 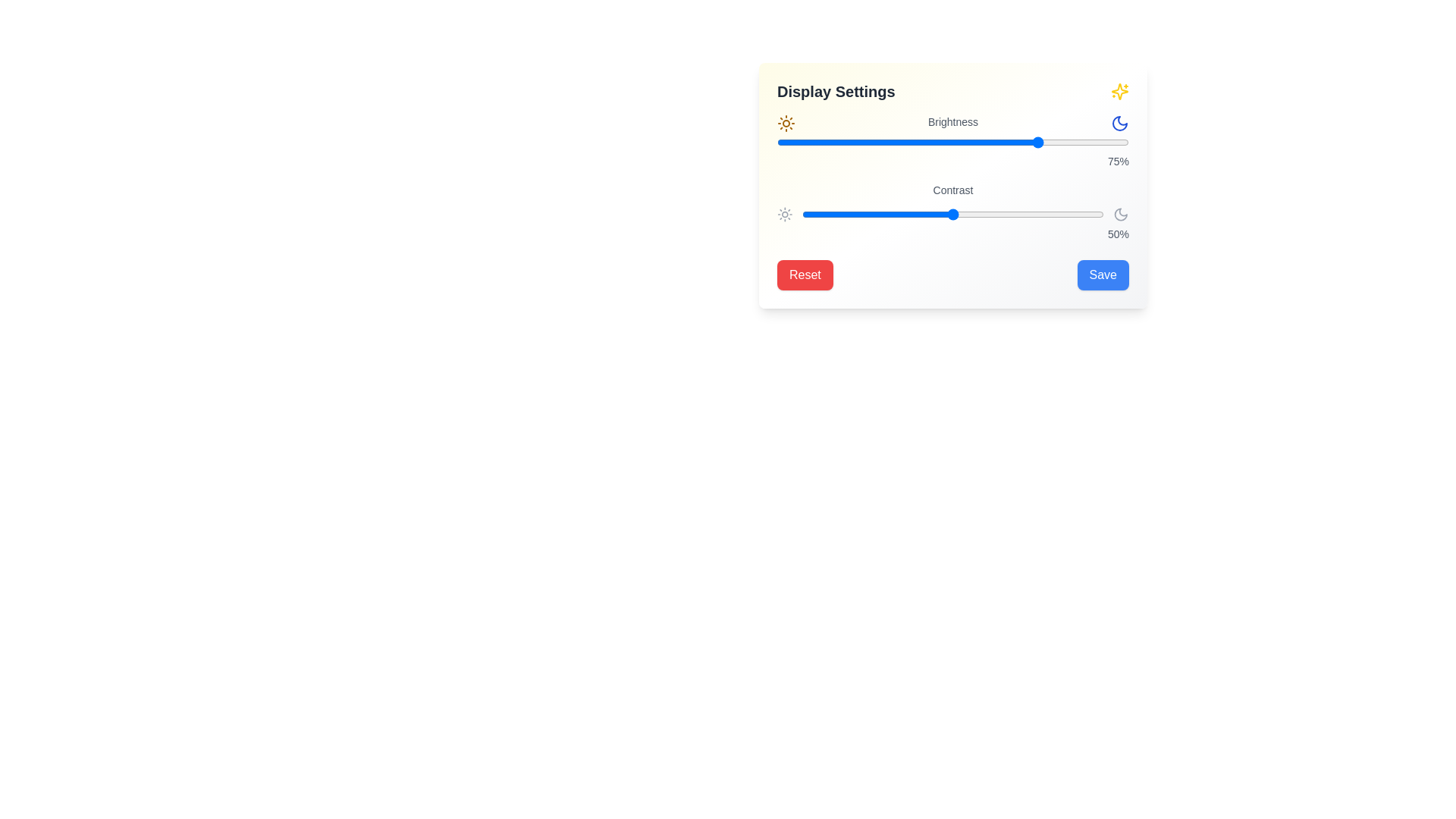 What do you see at coordinates (1012, 143) in the screenshot?
I see `brightness` at bounding box center [1012, 143].